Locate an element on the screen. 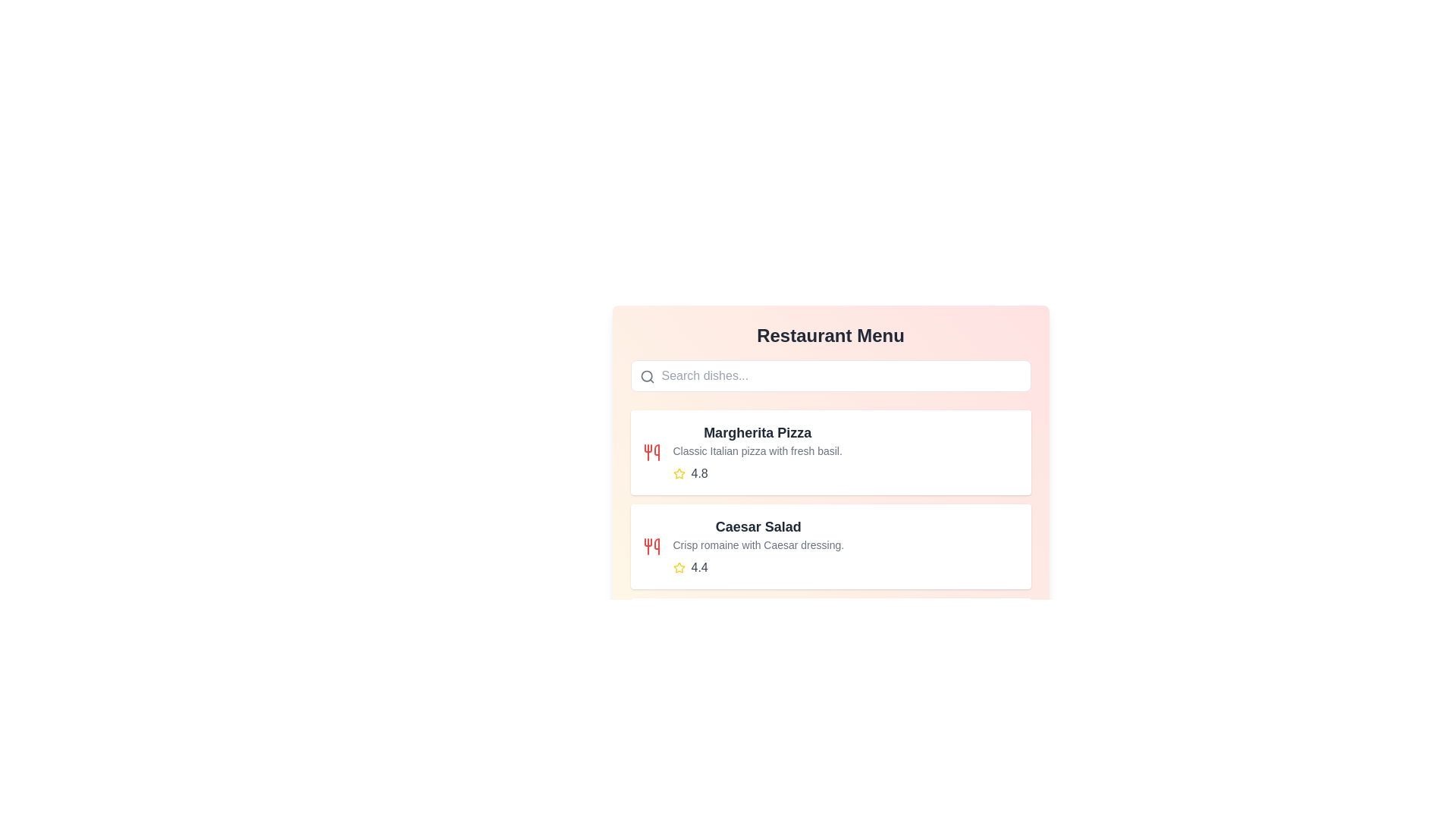 This screenshot has width=1456, height=819. the star-shaped yellow icon located is located at coordinates (678, 472).